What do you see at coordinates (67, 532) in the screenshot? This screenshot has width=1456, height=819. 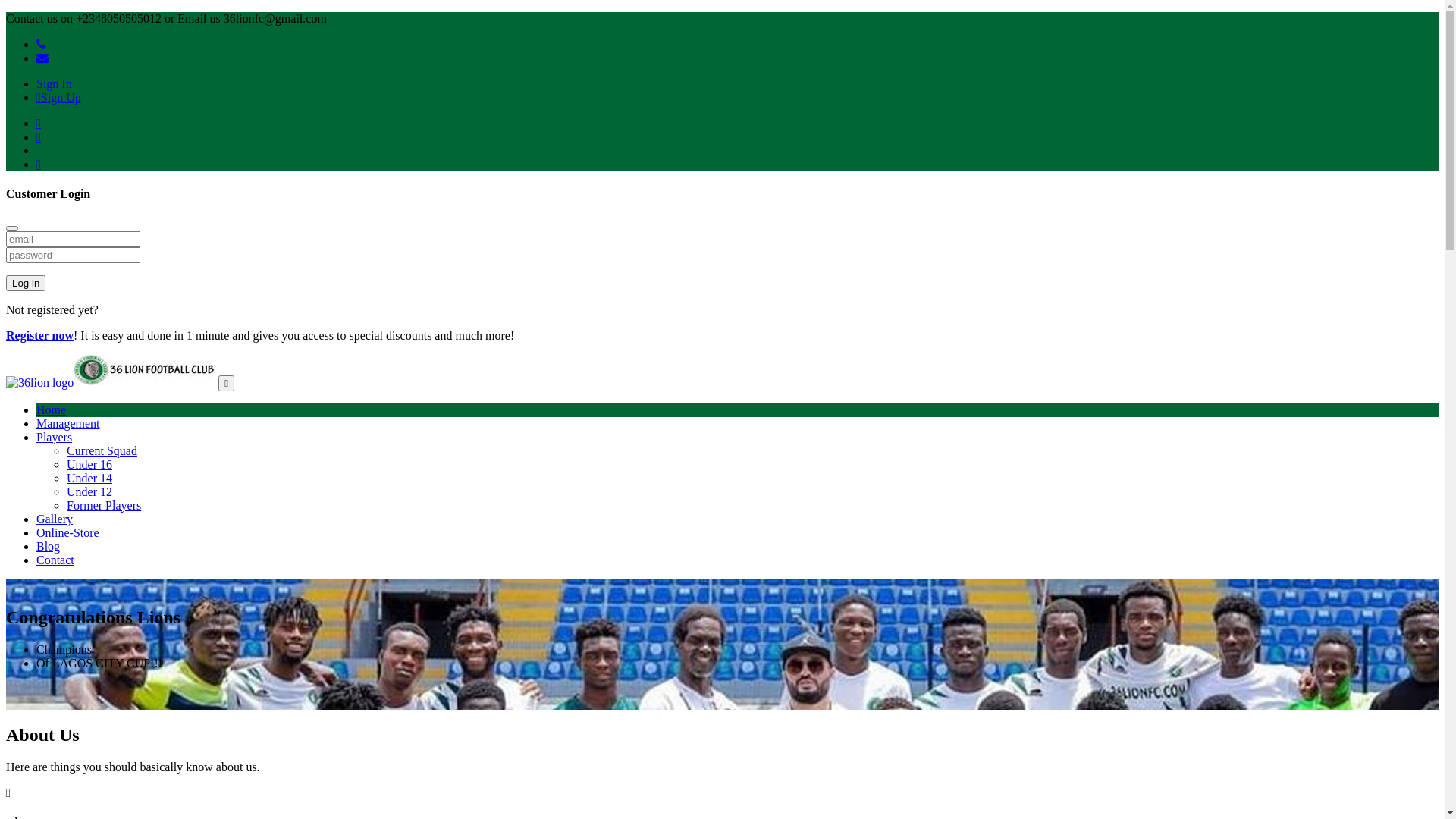 I see `'Online-Store'` at bounding box center [67, 532].